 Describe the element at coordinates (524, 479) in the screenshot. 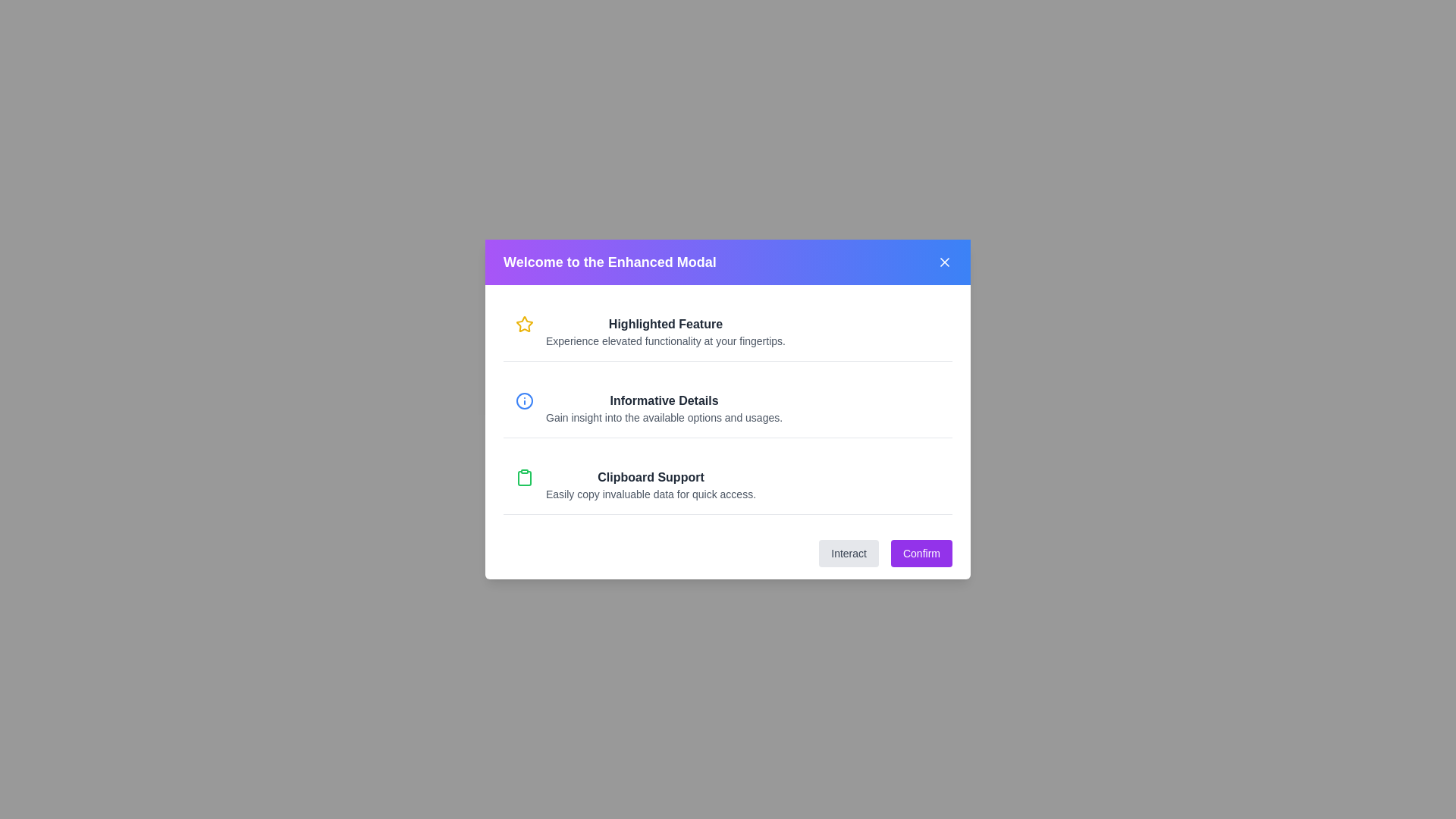

I see `the clipboard icon with a green outline, located in the third row of items next to the label 'Clipboard Support'` at that location.